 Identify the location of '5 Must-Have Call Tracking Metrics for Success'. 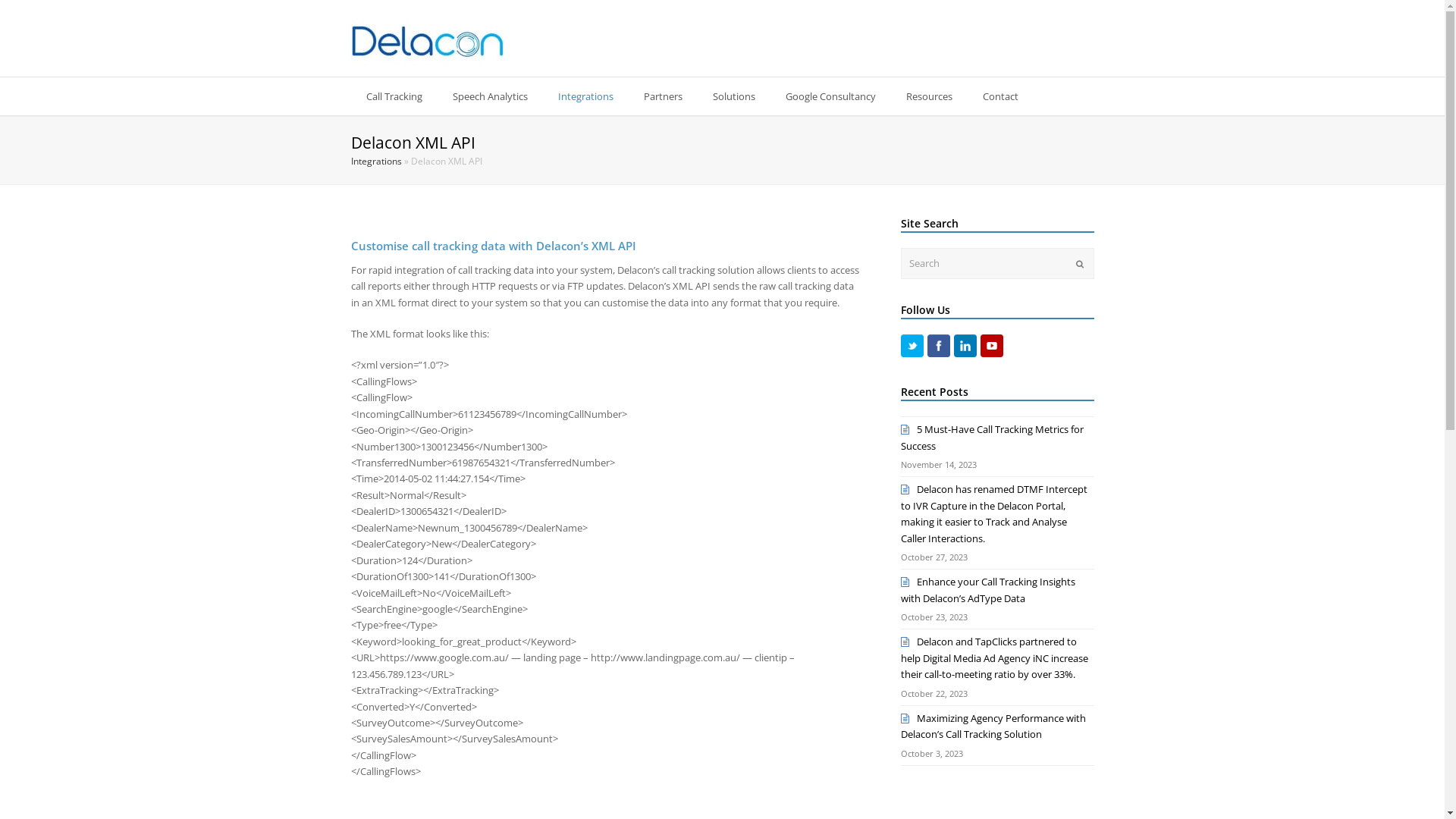
(992, 437).